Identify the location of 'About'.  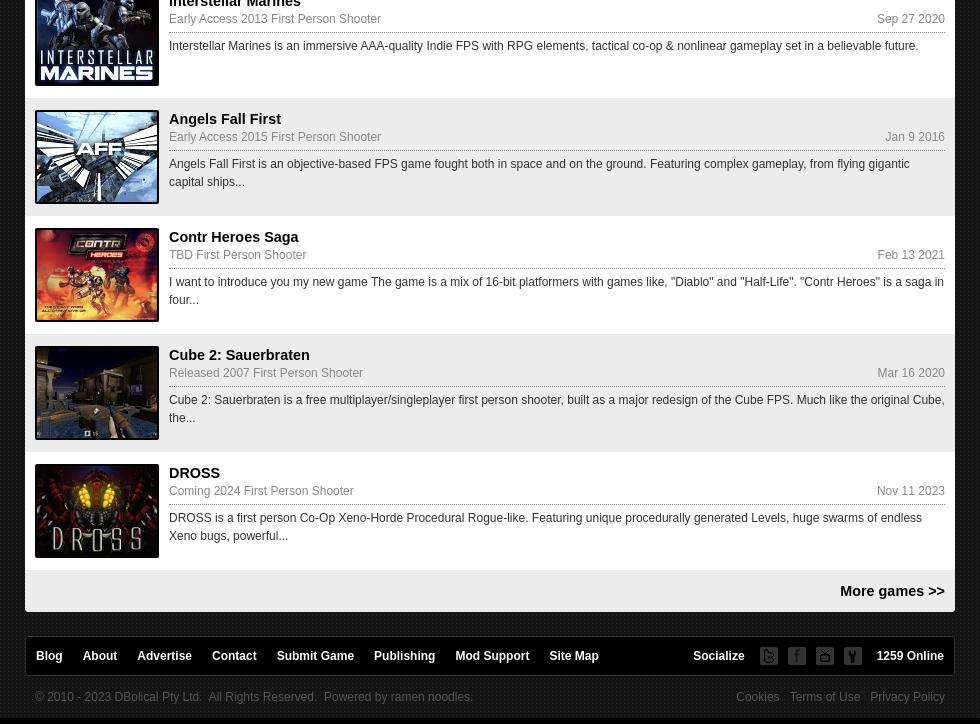
(82, 655).